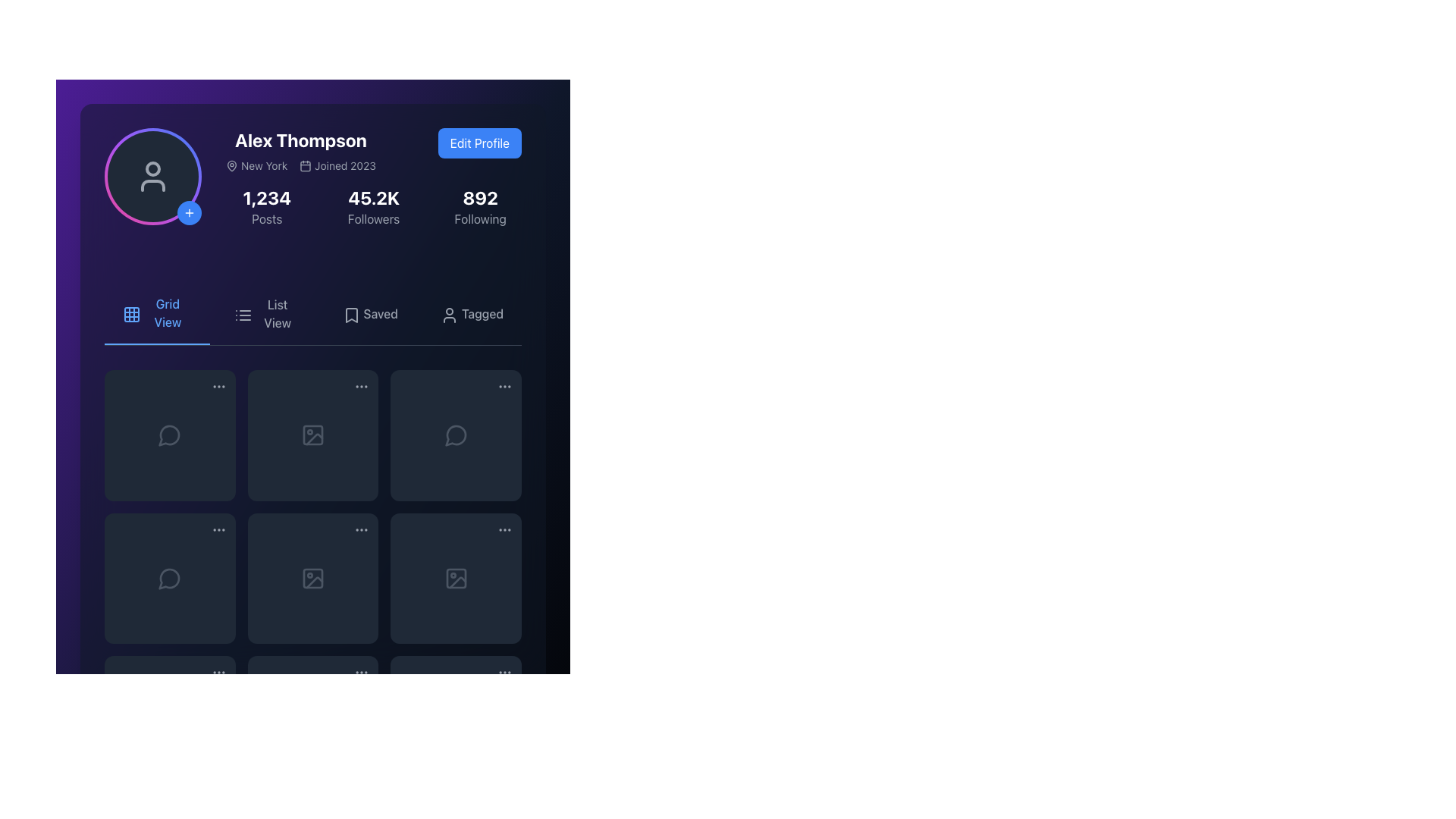  Describe the element at coordinates (169, 579) in the screenshot. I see `the chat or comment icon located in the bottom-left cell of the grid layout` at that location.